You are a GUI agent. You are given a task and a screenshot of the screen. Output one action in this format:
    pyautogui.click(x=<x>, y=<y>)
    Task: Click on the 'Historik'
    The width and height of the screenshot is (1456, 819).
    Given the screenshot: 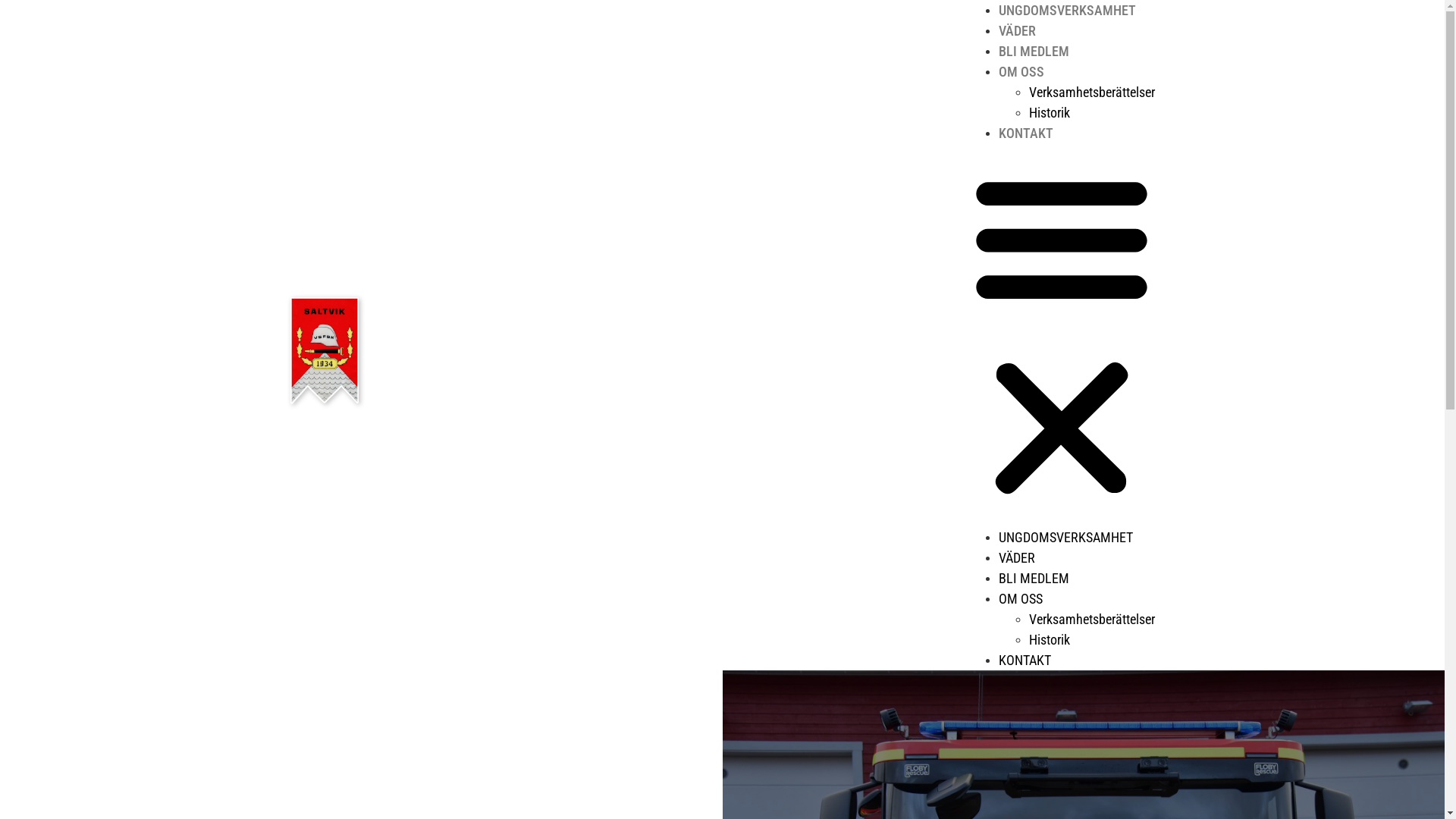 What is the action you would take?
    pyautogui.click(x=1047, y=111)
    